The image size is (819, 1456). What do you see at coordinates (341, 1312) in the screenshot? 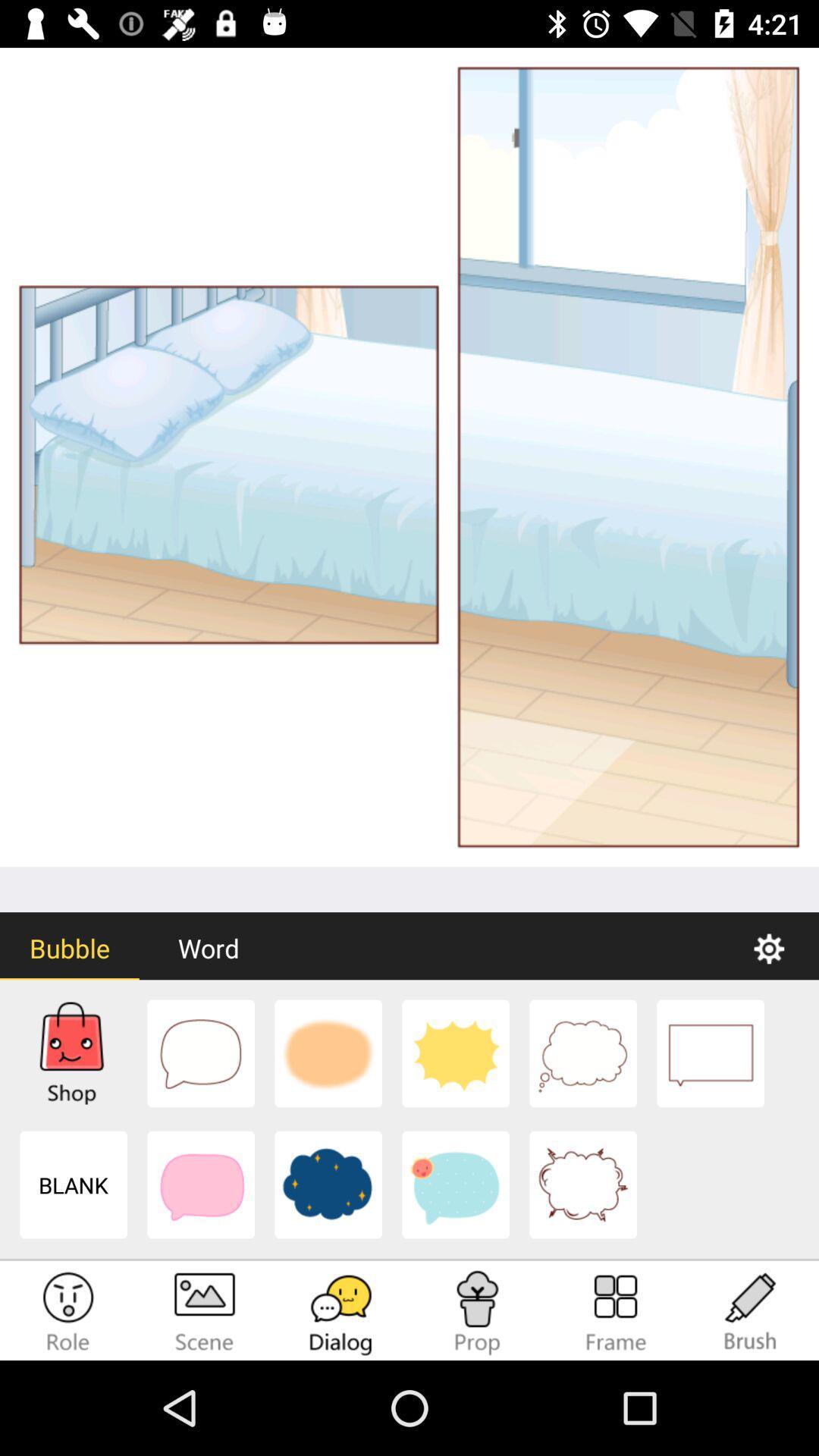
I see `the chat icon` at bounding box center [341, 1312].